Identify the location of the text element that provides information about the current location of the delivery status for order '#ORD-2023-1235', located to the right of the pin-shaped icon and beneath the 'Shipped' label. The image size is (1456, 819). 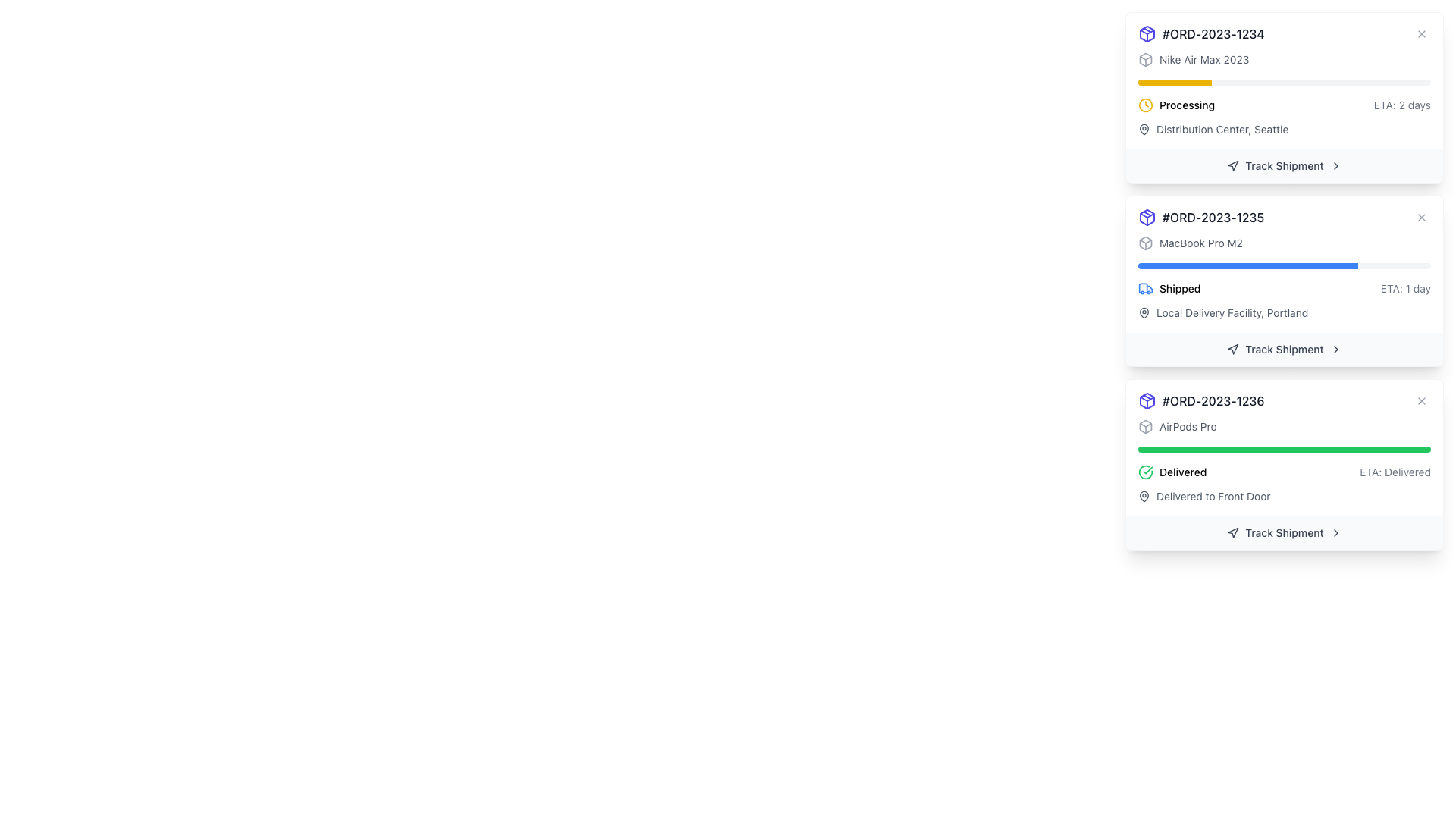
(1232, 312).